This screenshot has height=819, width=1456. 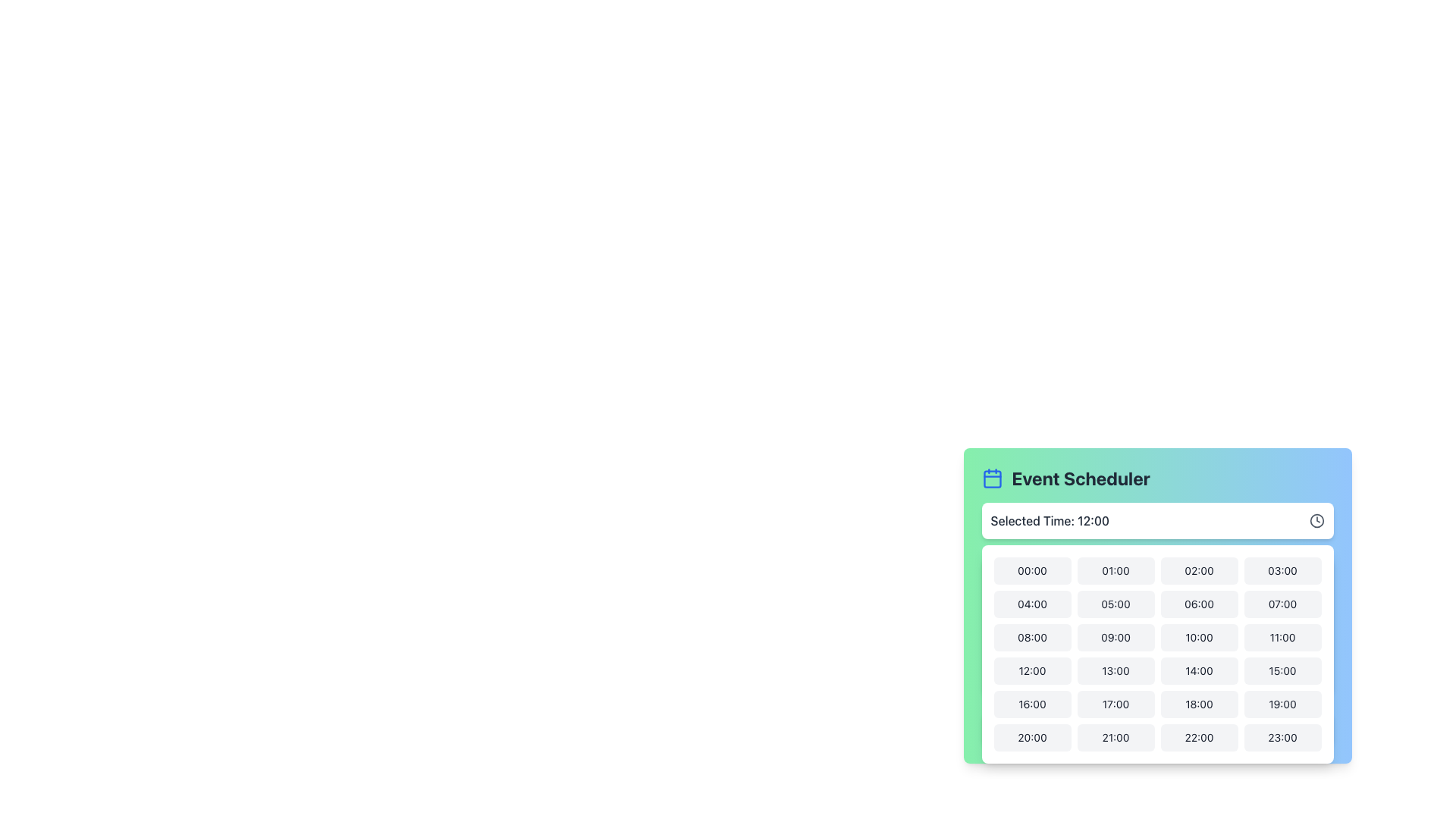 What do you see at coordinates (1282, 604) in the screenshot?
I see `the '07:00' time selection button in the Event Scheduler dropdown menu` at bounding box center [1282, 604].